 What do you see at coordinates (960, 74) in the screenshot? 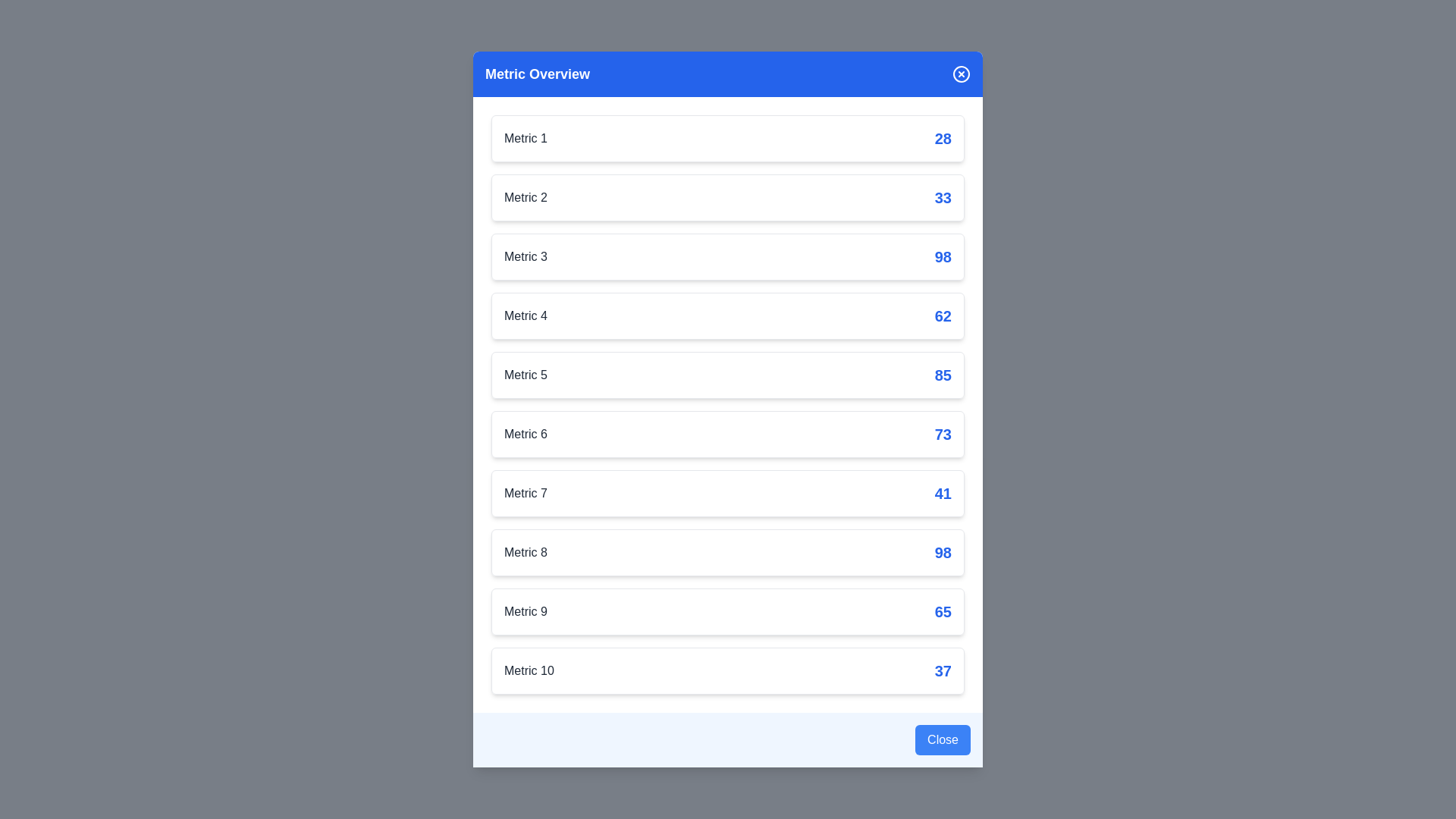
I see `the close button in the header to close the dialog` at bounding box center [960, 74].